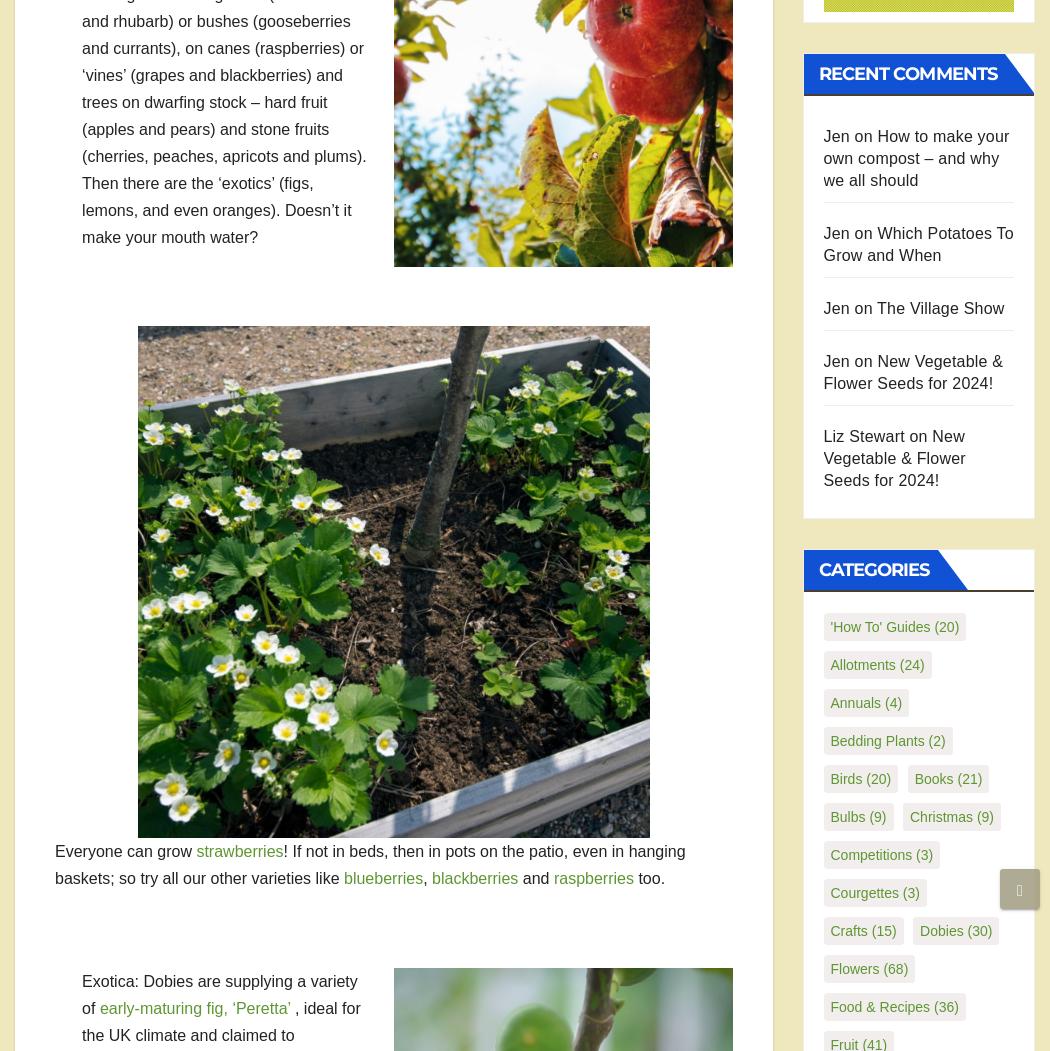 The image size is (1050, 1051). I want to click on '! If not in beds, then in pots on the patio, even in hanging baskets; so try all our other varieties like', so click(369, 863).